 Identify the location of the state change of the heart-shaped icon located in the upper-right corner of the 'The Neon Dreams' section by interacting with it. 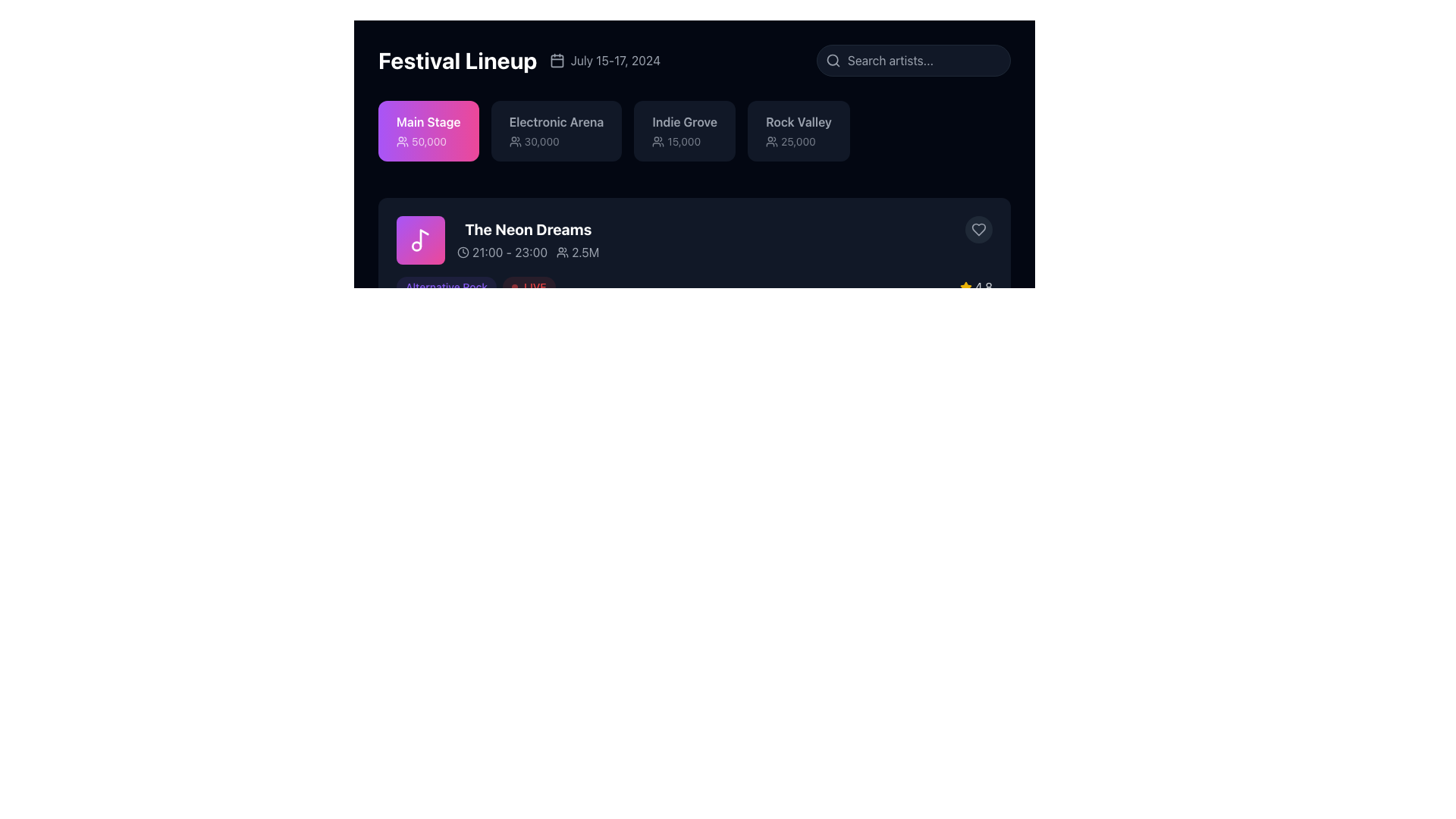
(979, 230).